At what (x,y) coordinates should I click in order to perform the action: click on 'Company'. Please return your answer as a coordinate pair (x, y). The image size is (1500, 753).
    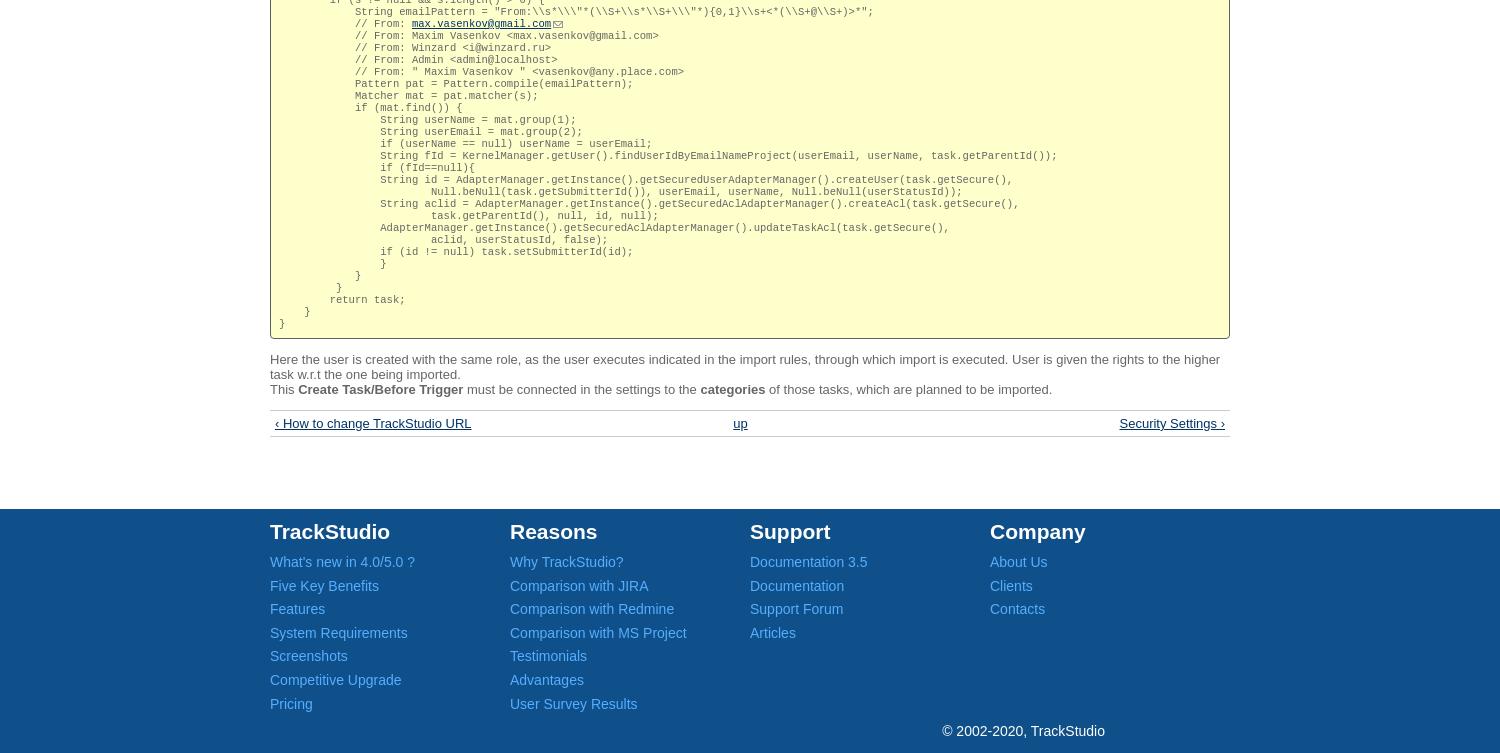
    Looking at the image, I should click on (1037, 530).